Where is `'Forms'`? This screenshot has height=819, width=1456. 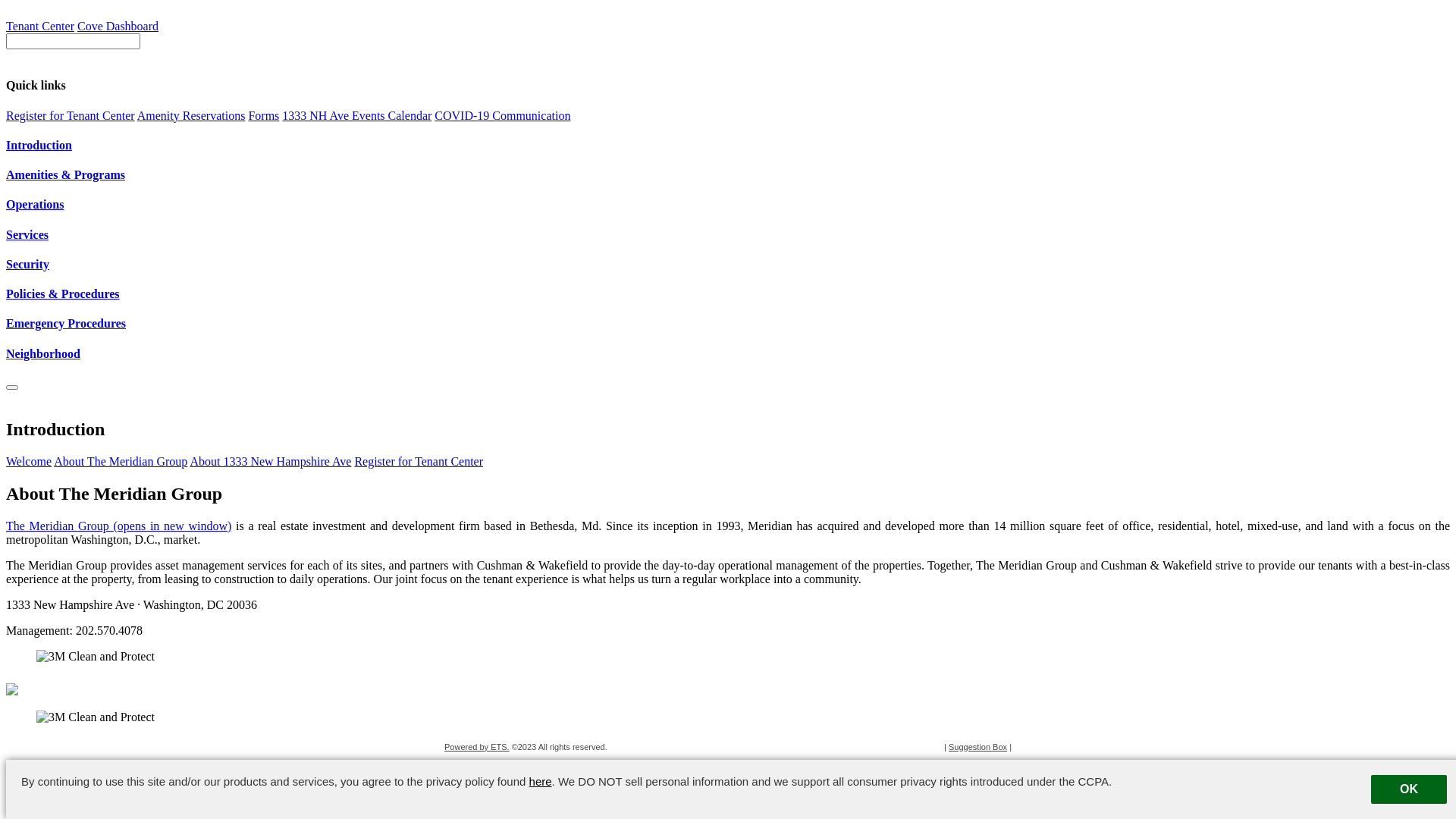
'Forms' is located at coordinates (263, 115).